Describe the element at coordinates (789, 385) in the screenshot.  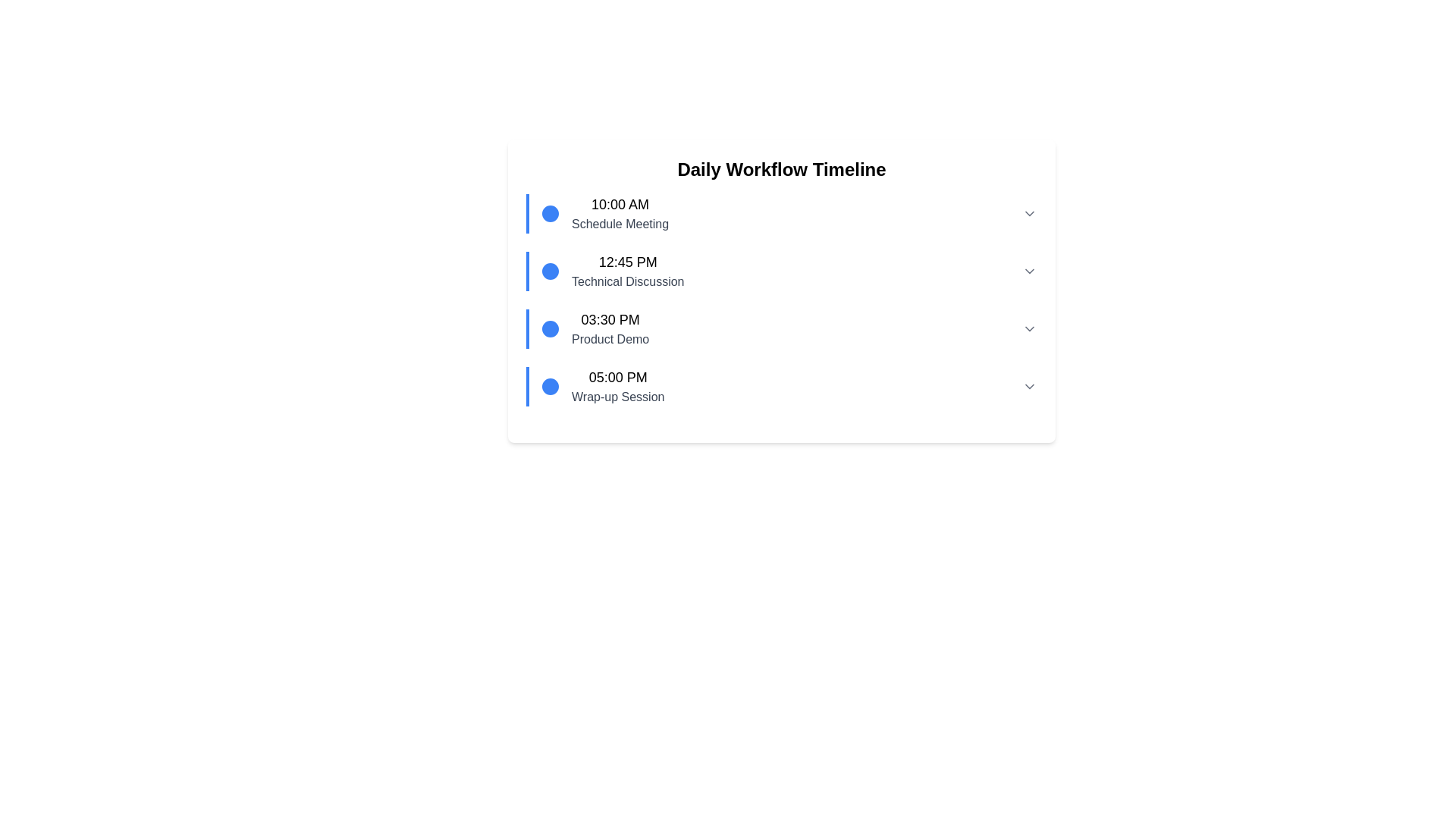
I see `the fourth list item in the vertical timeline that represents a specific event, located beneath the '03:30 PM Product Demo'` at that location.